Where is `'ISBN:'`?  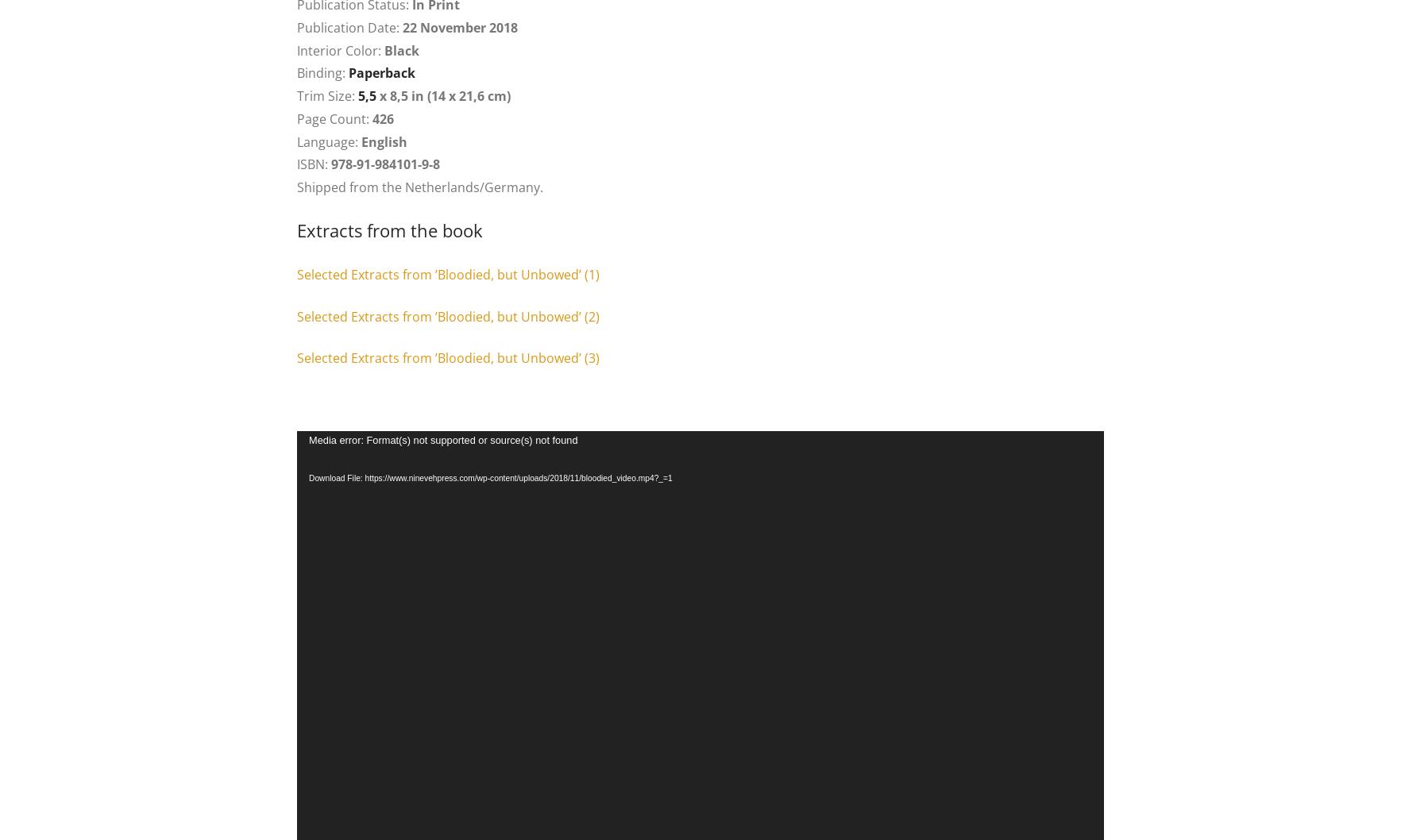 'ISBN:' is located at coordinates (314, 164).